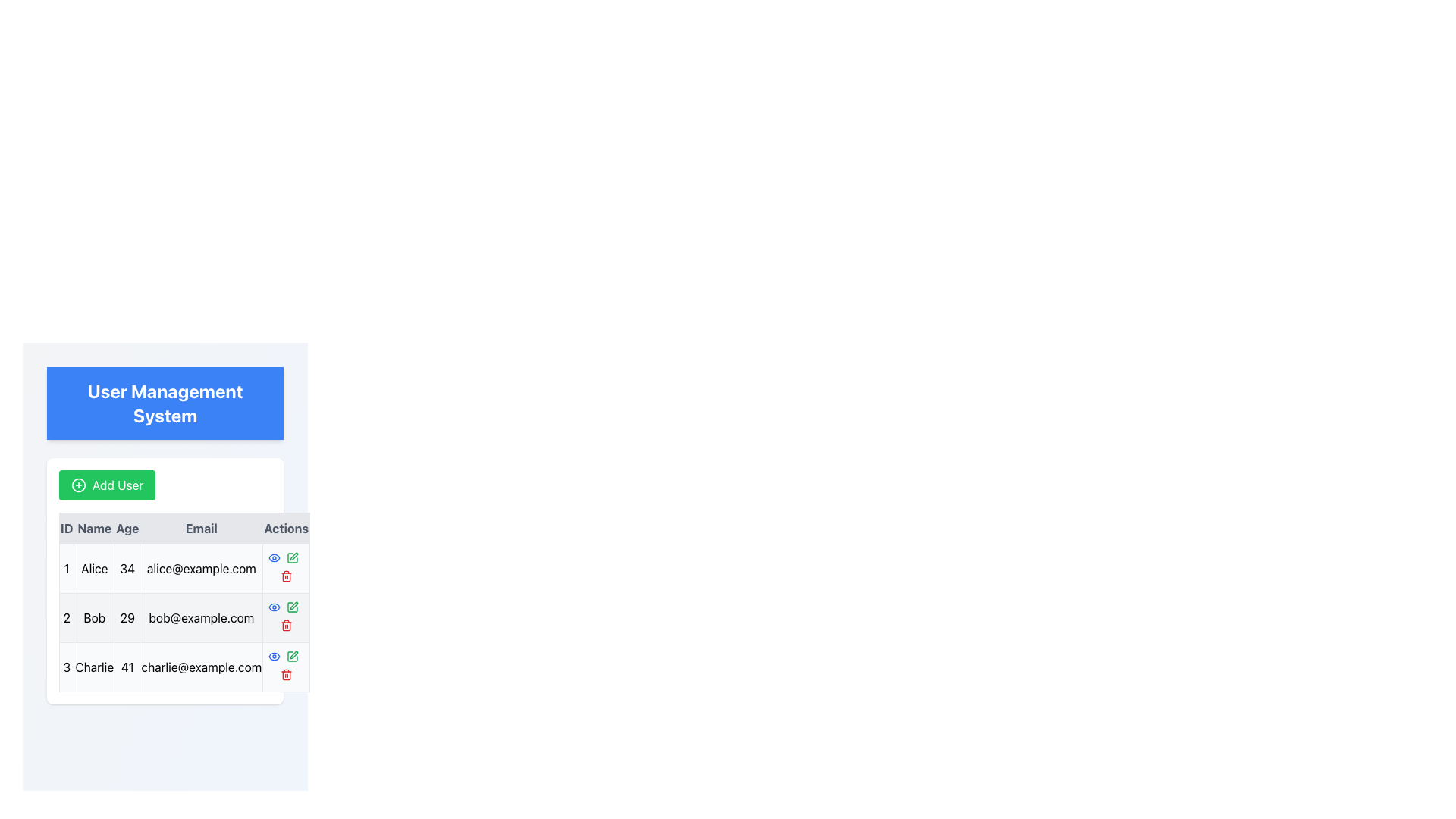 The height and width of the screenshot is (819, 1456). Describe the element at coordinates (292, 656) in the screenshot. I see `the edit action icon button located in the third row of the 'Actions' column of the user management table to change its color` at that location.